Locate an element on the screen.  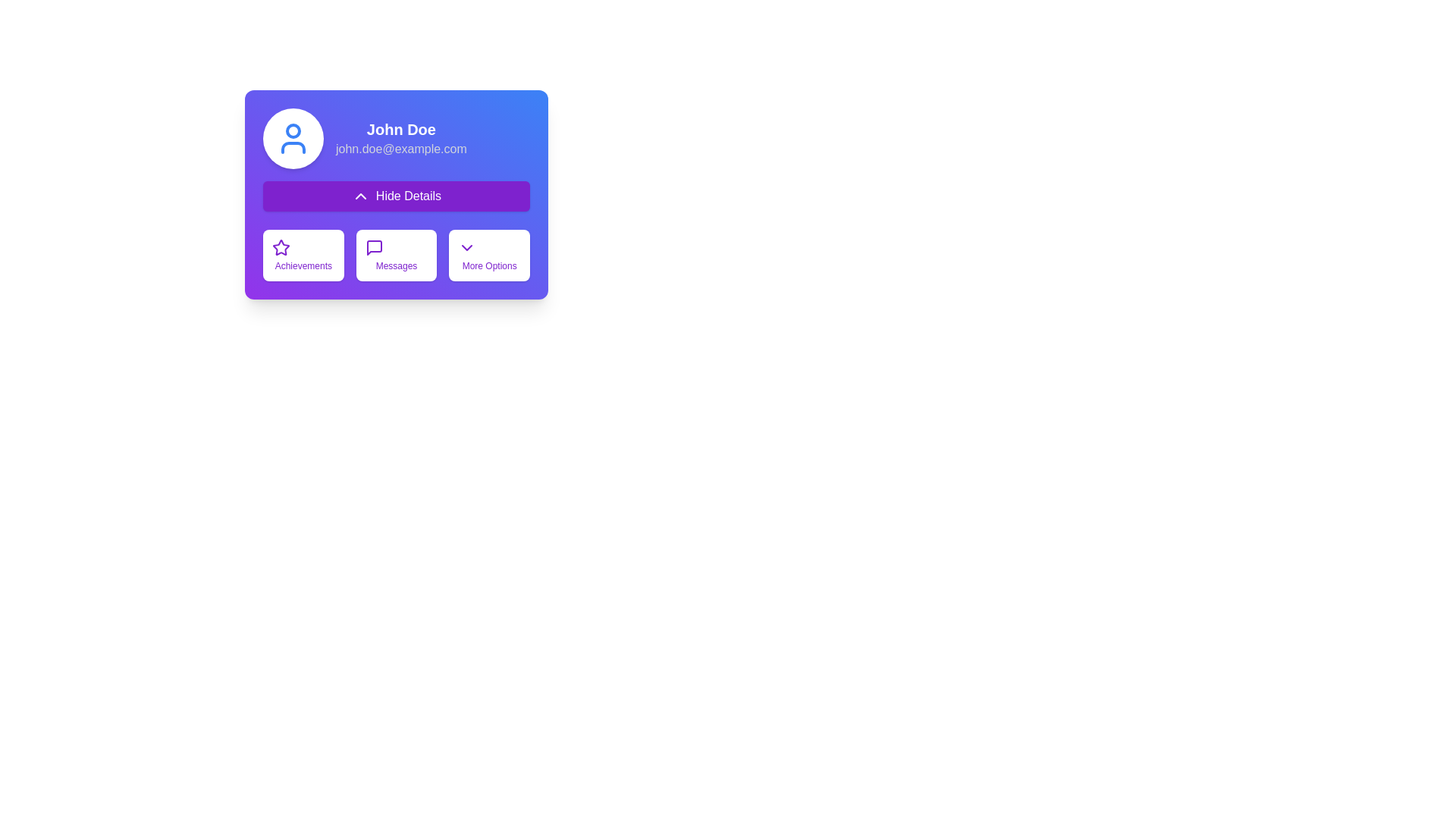
the chevron icon within the 'More Options' button is located at coordinates (466, 247).